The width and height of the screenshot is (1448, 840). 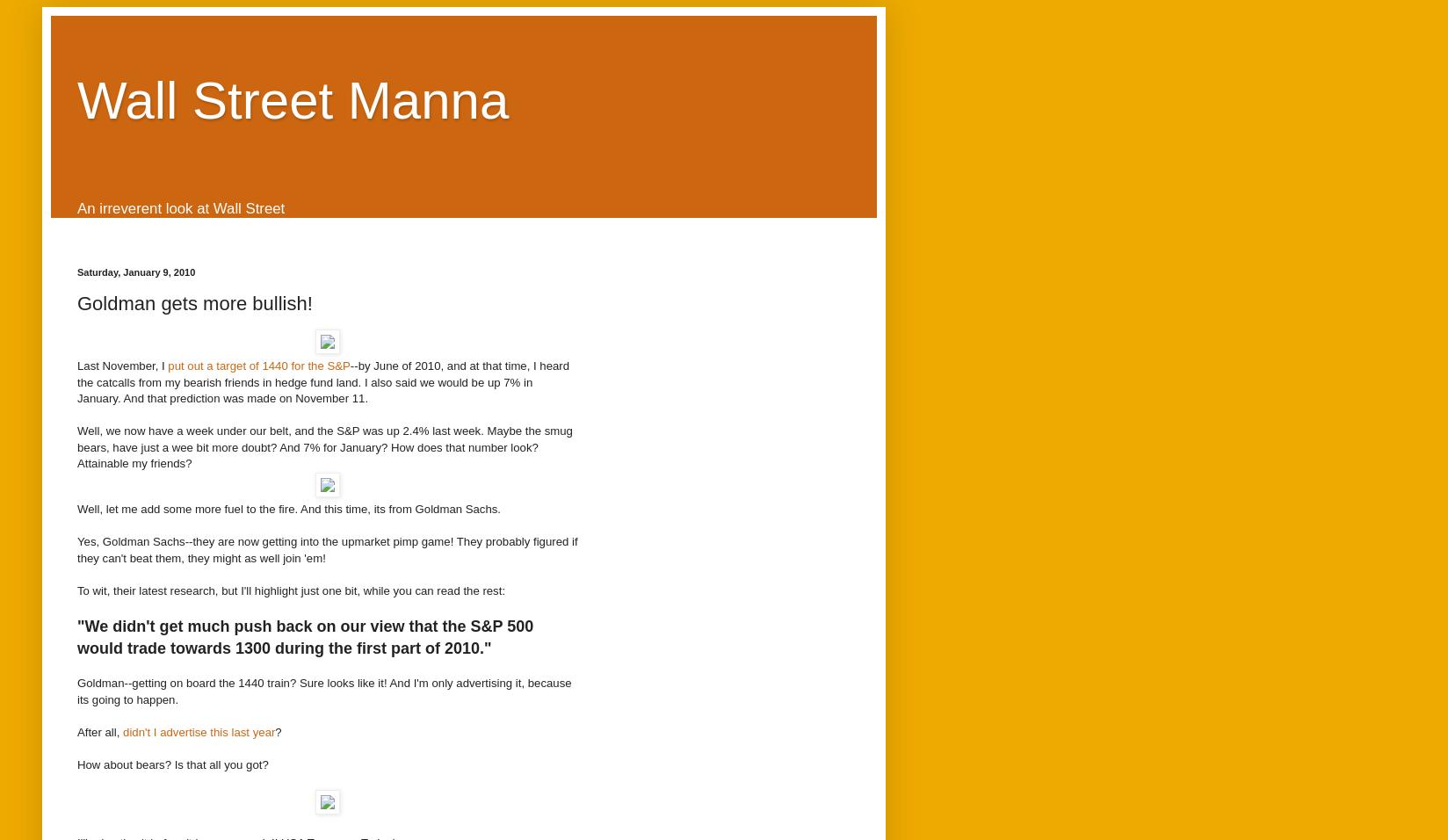 What do you see at coordinates (120, 366) in the screenshot?
I see `'Last November, I'` at bounding box center [120, 366].